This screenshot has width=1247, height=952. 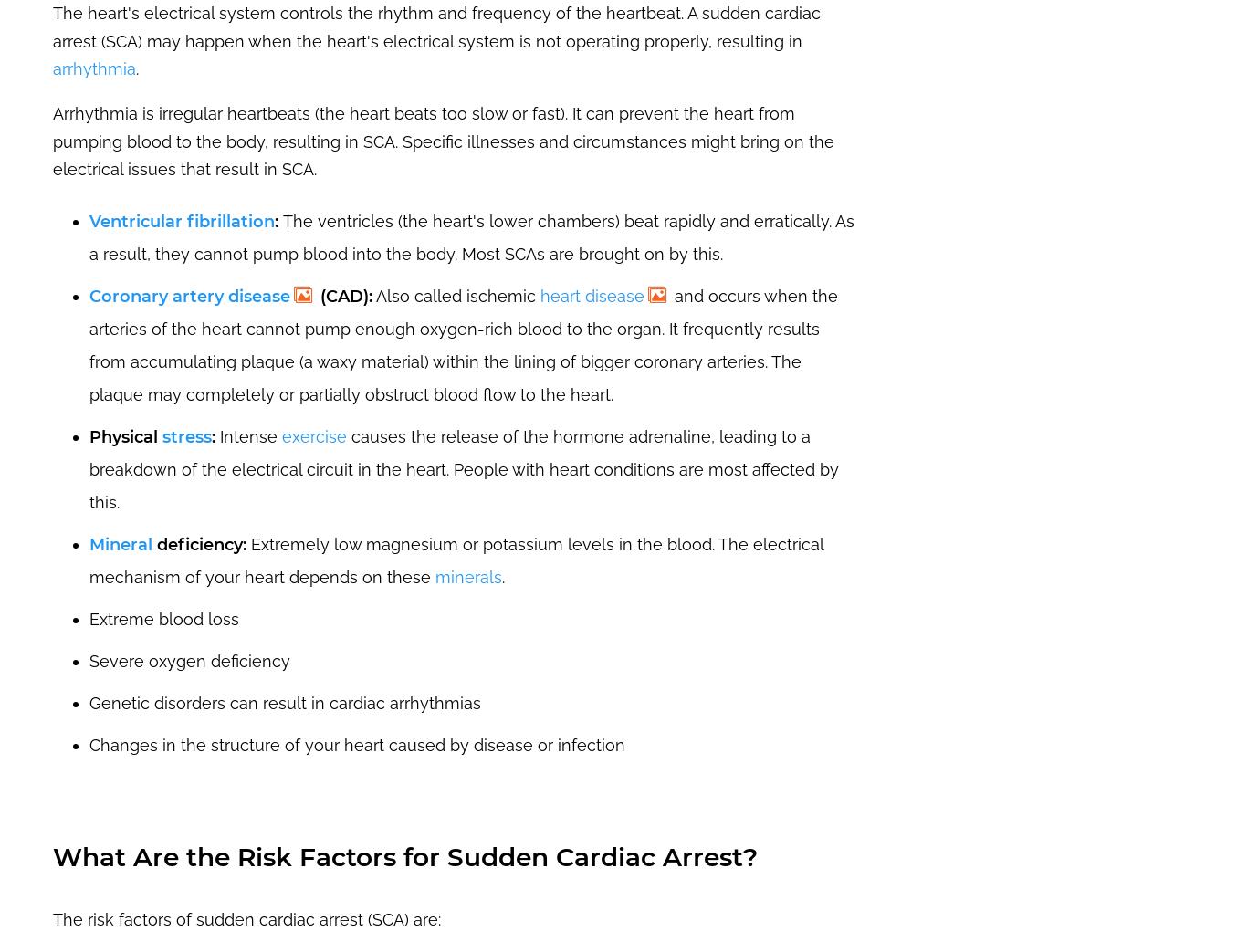 What do you see at coordinates (89, 543) in the screenshot?
I see `'Mineral'` at bounding box center [89, 543].